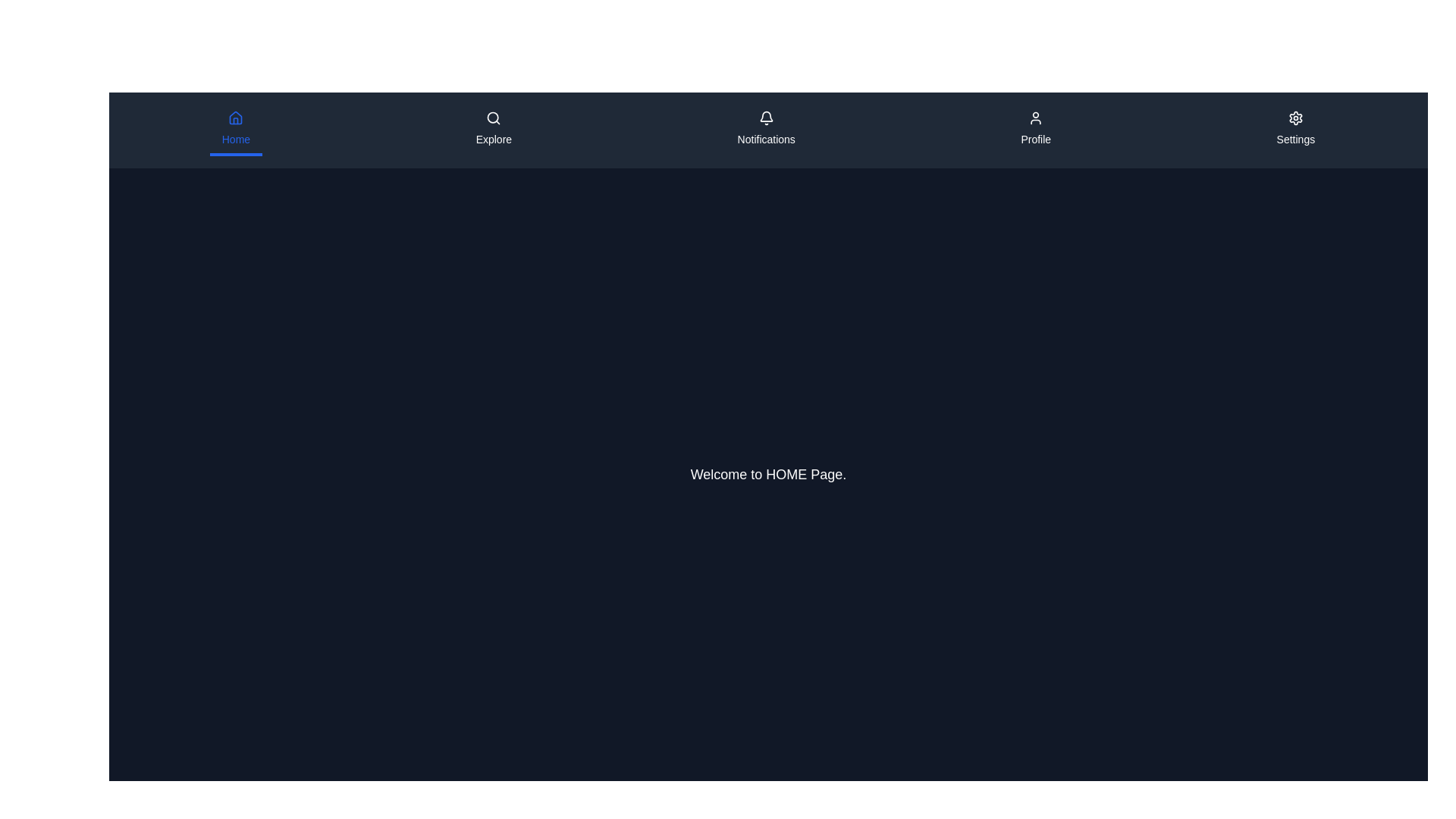 Image resolution: width=1456 pixels, height=819 pixels. I want to click on the notification bell icon in the top navigation bar, which is styled in white against a dark background, so click(766, 115).